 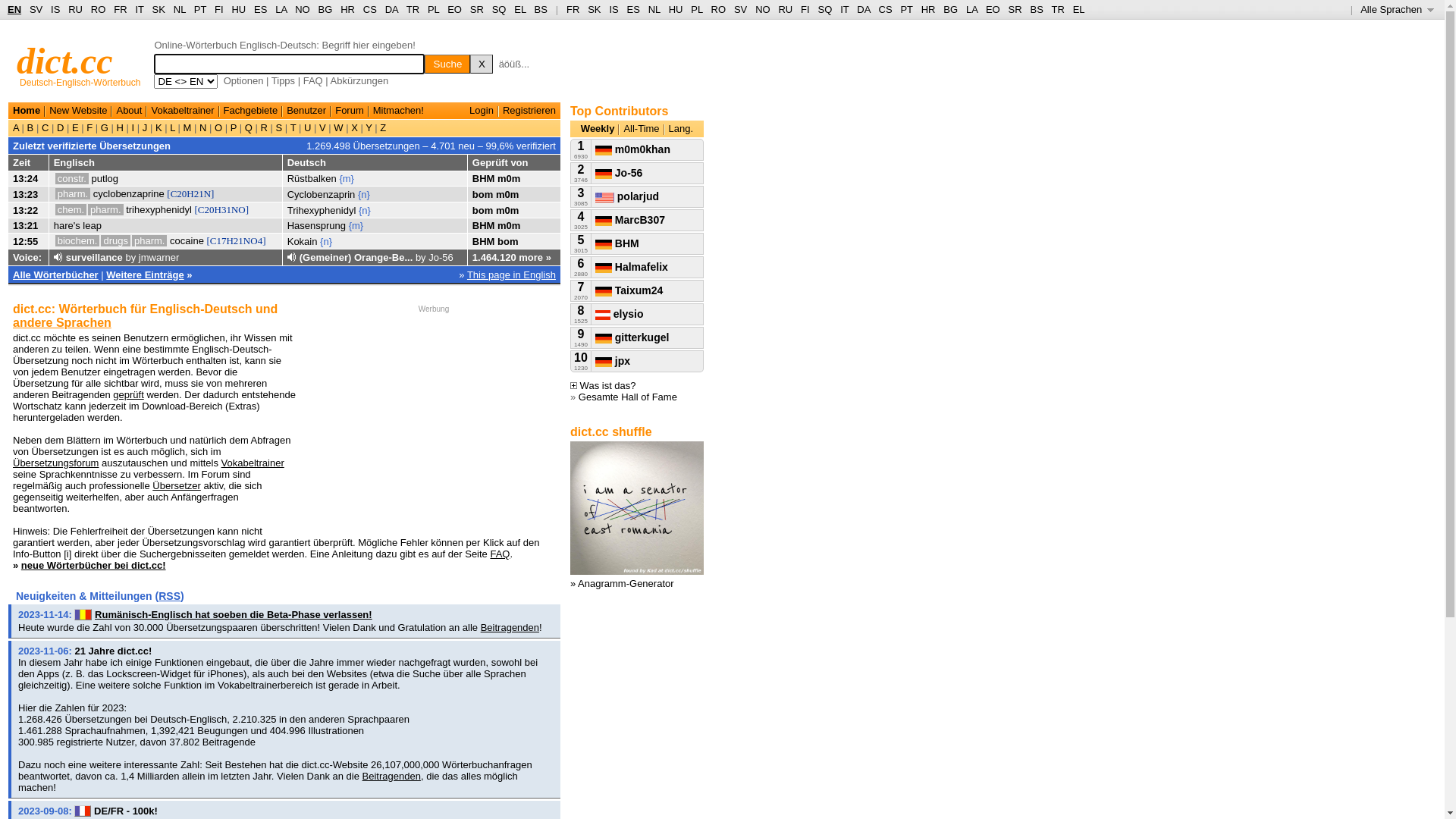 What do you see at coordinates (529, 109) in the screenshot?
I see `'Registrieren'` at bounding box center [529, 109].